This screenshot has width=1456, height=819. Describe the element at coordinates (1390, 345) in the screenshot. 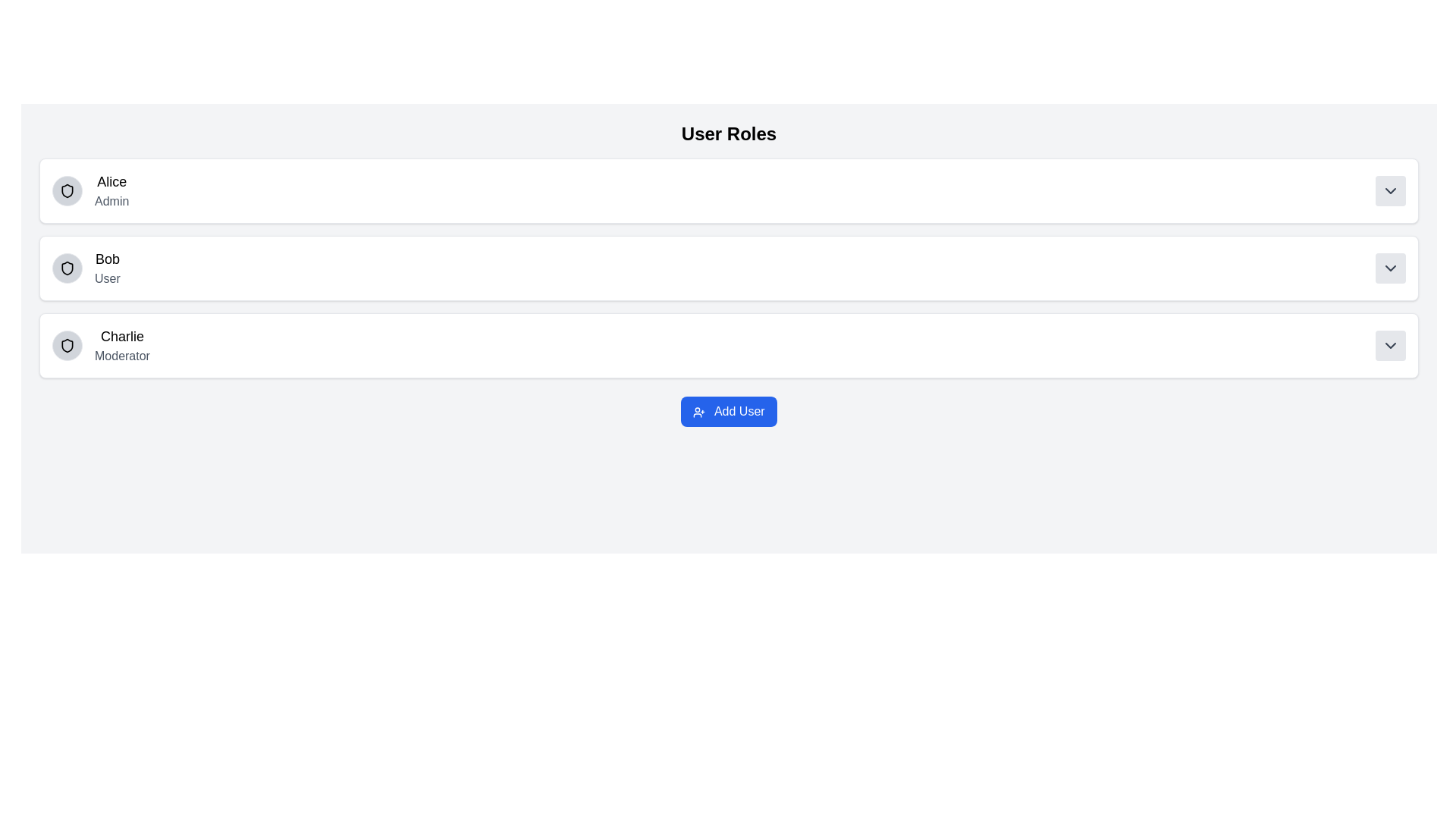

I see `the small downward-facing chevron icon inside the dropdown button associated with the list item labeled 'Charlie' and 'Moderator'` at that location.